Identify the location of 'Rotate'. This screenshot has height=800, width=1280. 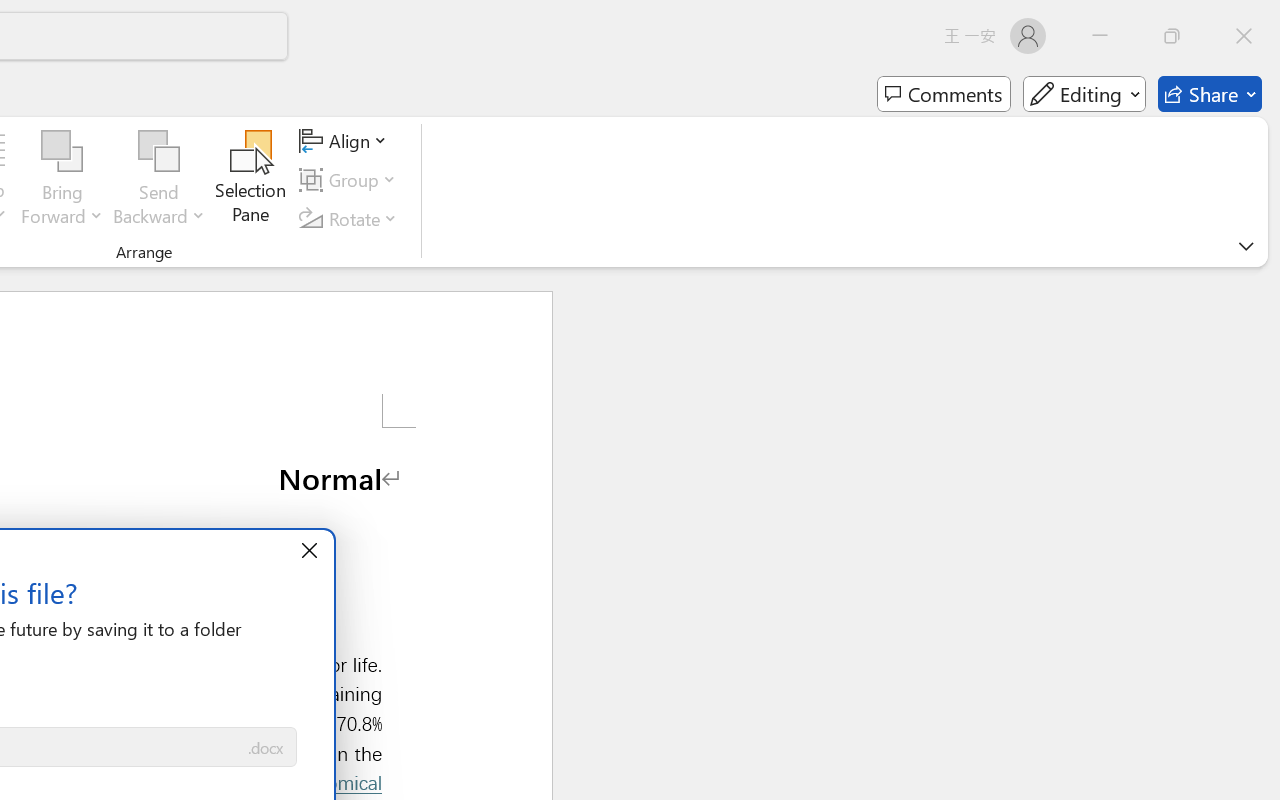
(351, 218).